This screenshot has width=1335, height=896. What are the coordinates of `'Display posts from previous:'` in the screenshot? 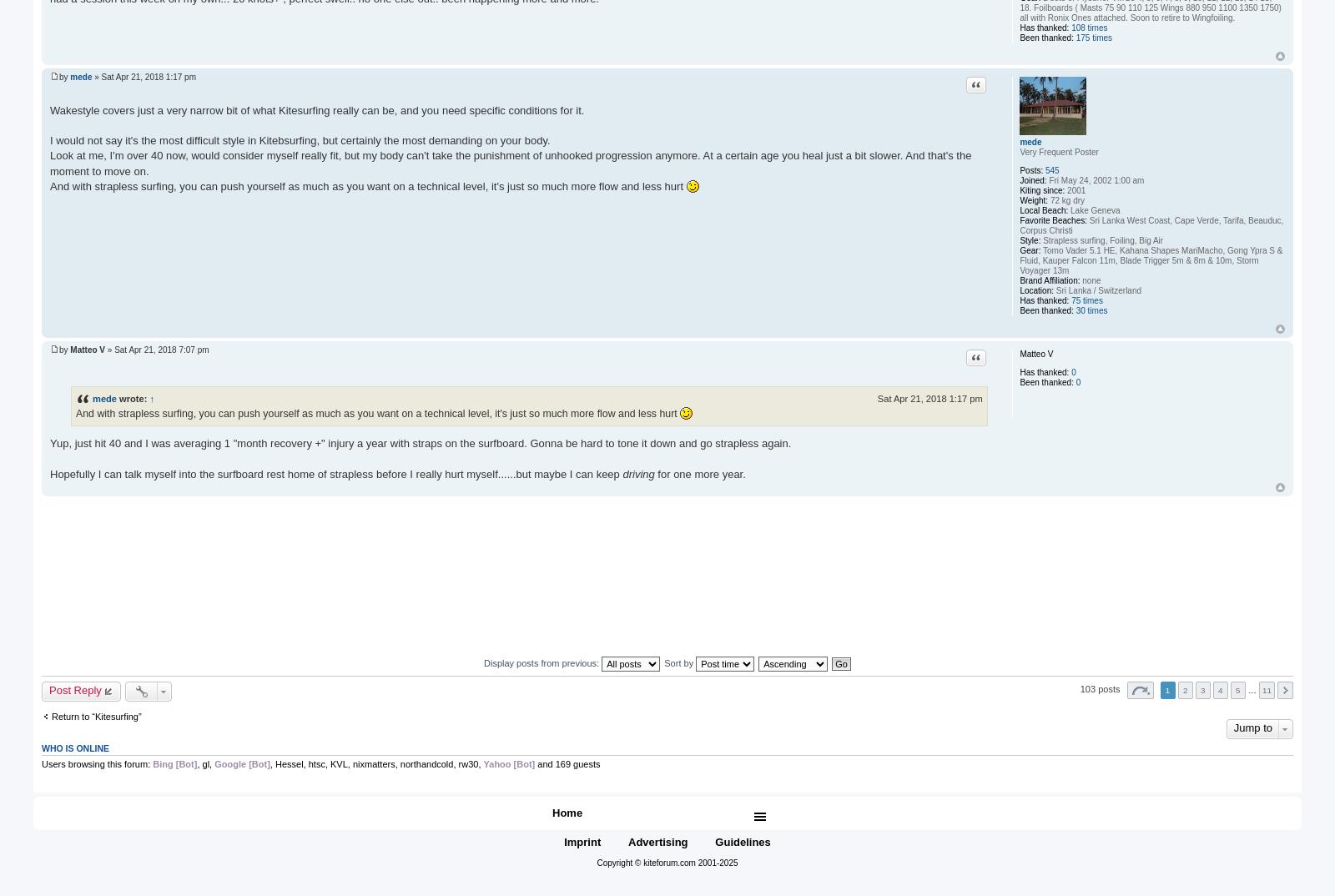 It's located at (542, 662).